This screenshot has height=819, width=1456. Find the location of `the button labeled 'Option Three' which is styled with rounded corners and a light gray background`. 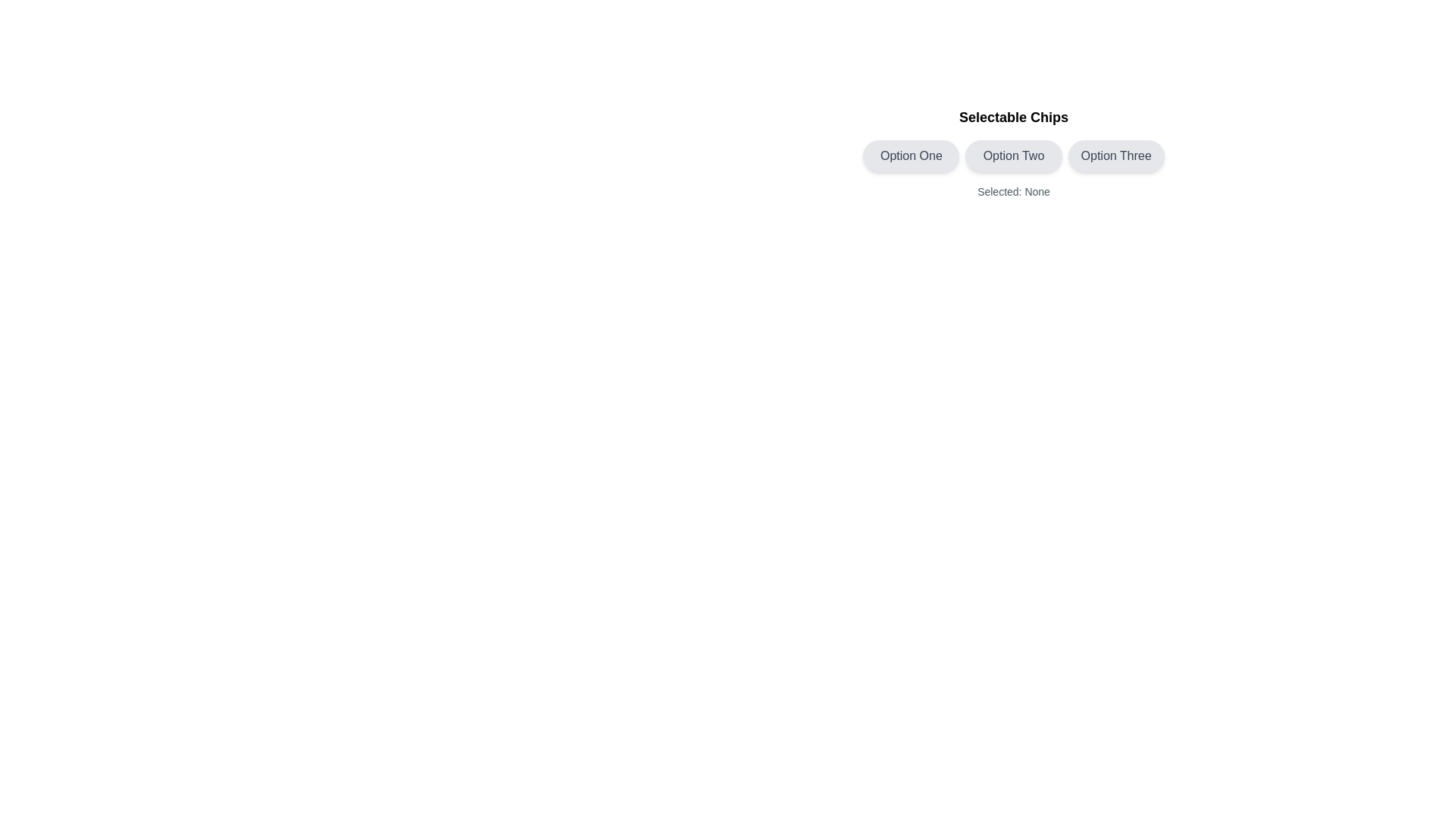

the button labeled 'Option Three' which is styled with rounded corners and a light gray background is located at coordinates (1116, 155).